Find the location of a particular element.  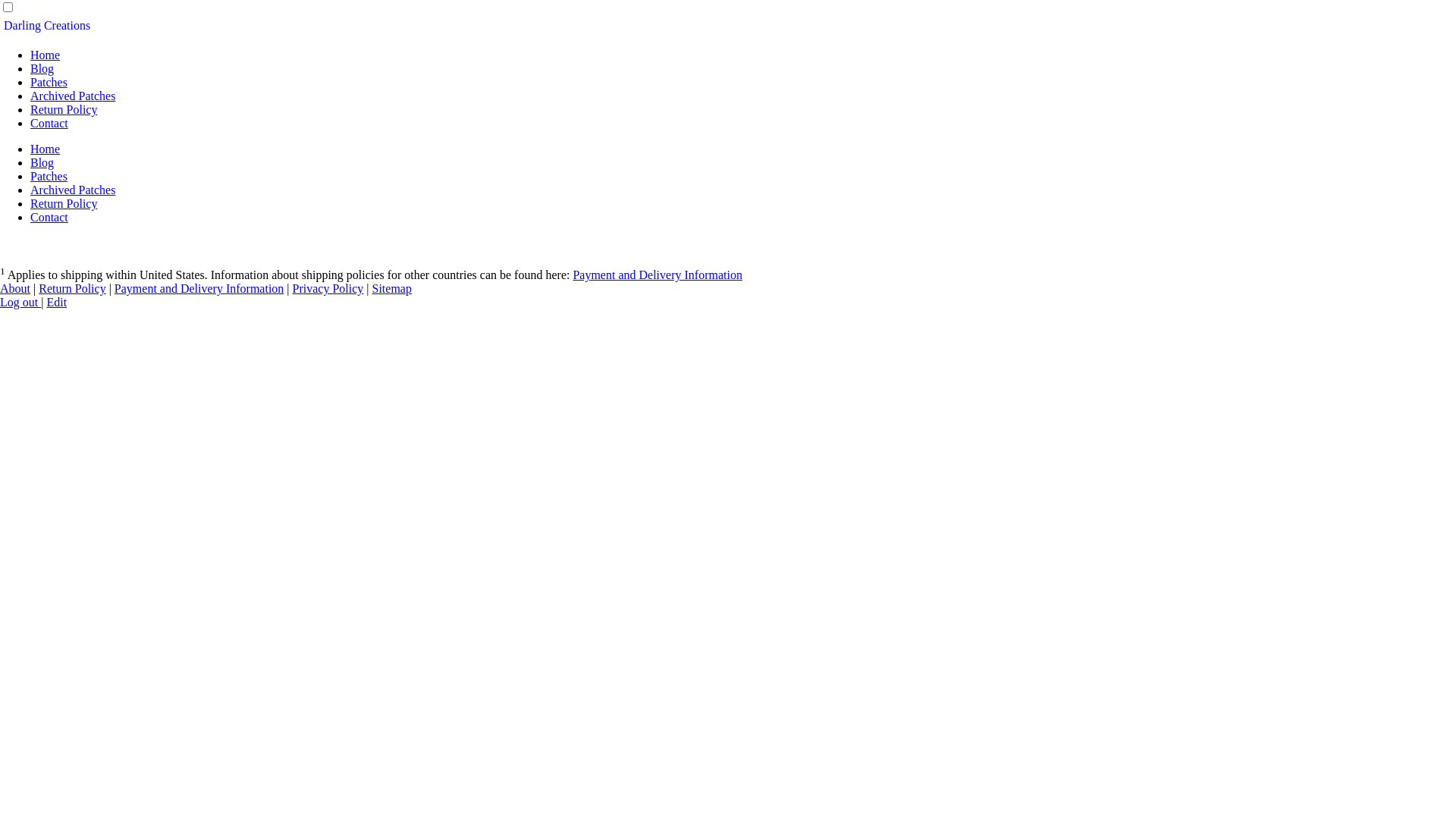

'Archived Patches' is located at coordinates (72, 189).